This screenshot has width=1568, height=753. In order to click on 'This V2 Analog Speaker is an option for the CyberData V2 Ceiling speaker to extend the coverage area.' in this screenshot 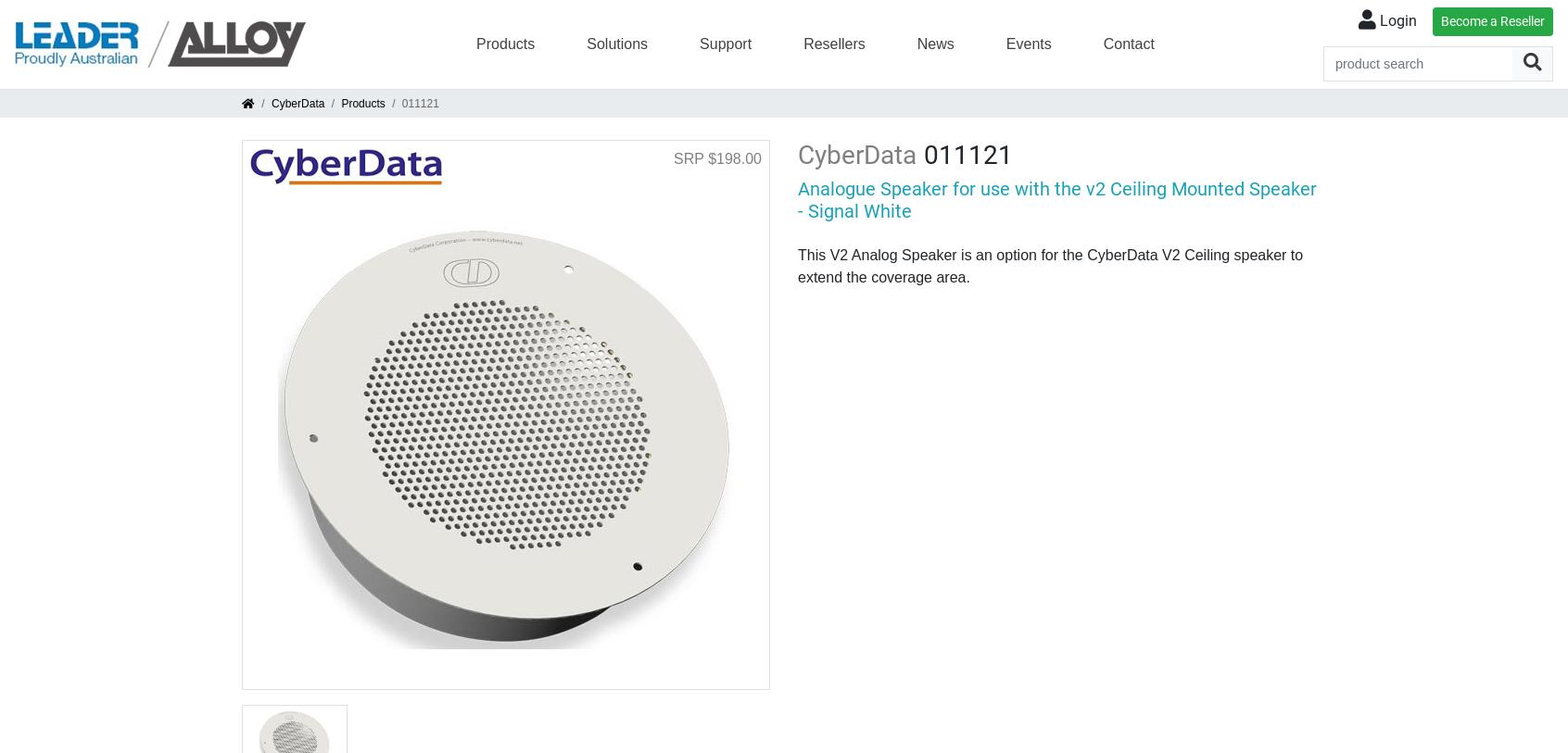, I will do `click(1049, 265)`.